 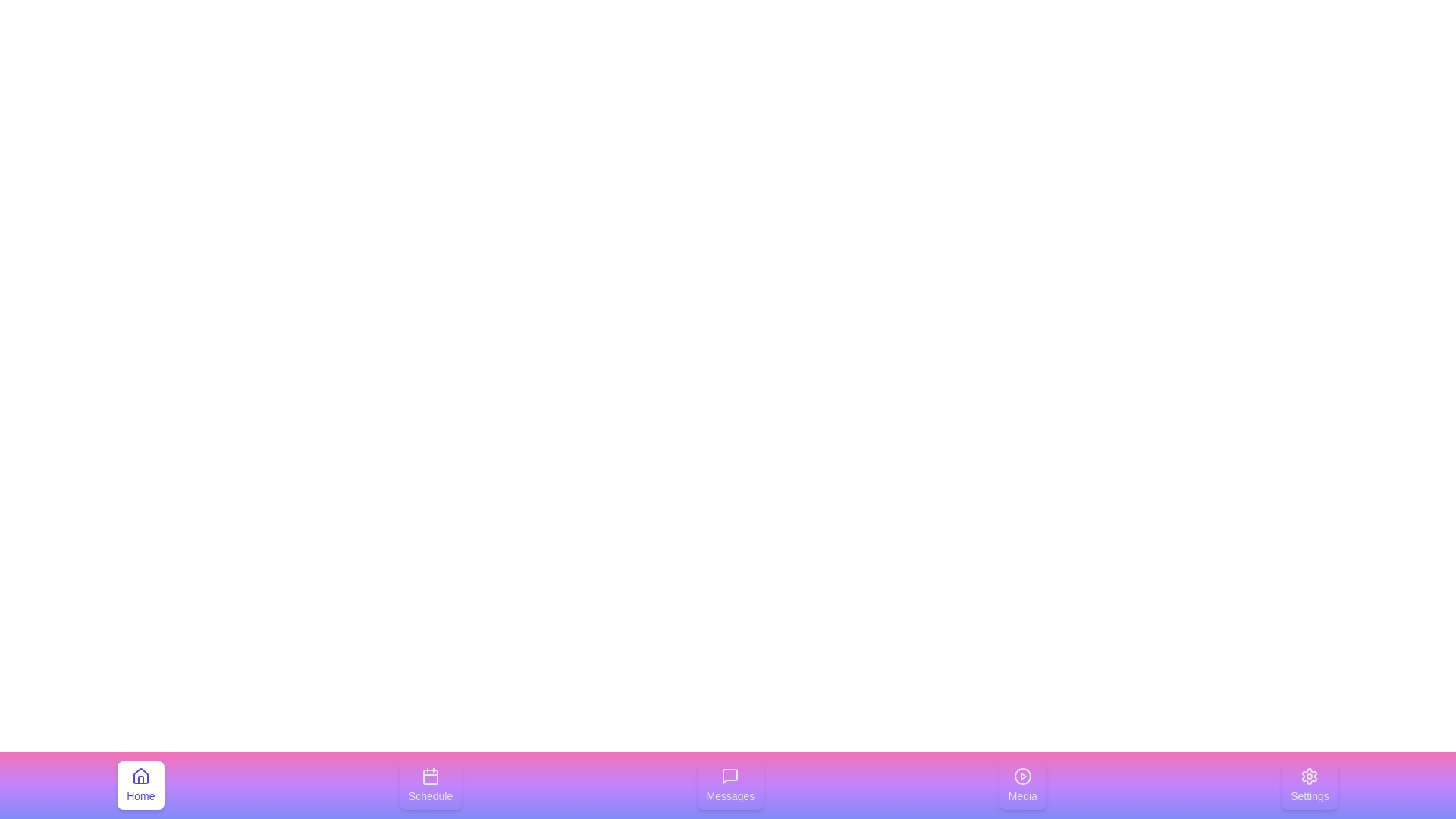 What do you see at coordinates (140, 785) in the screenshot?
I see `the tab labeled Home in the bottom navigation bar` at bounding box center [140, 785].